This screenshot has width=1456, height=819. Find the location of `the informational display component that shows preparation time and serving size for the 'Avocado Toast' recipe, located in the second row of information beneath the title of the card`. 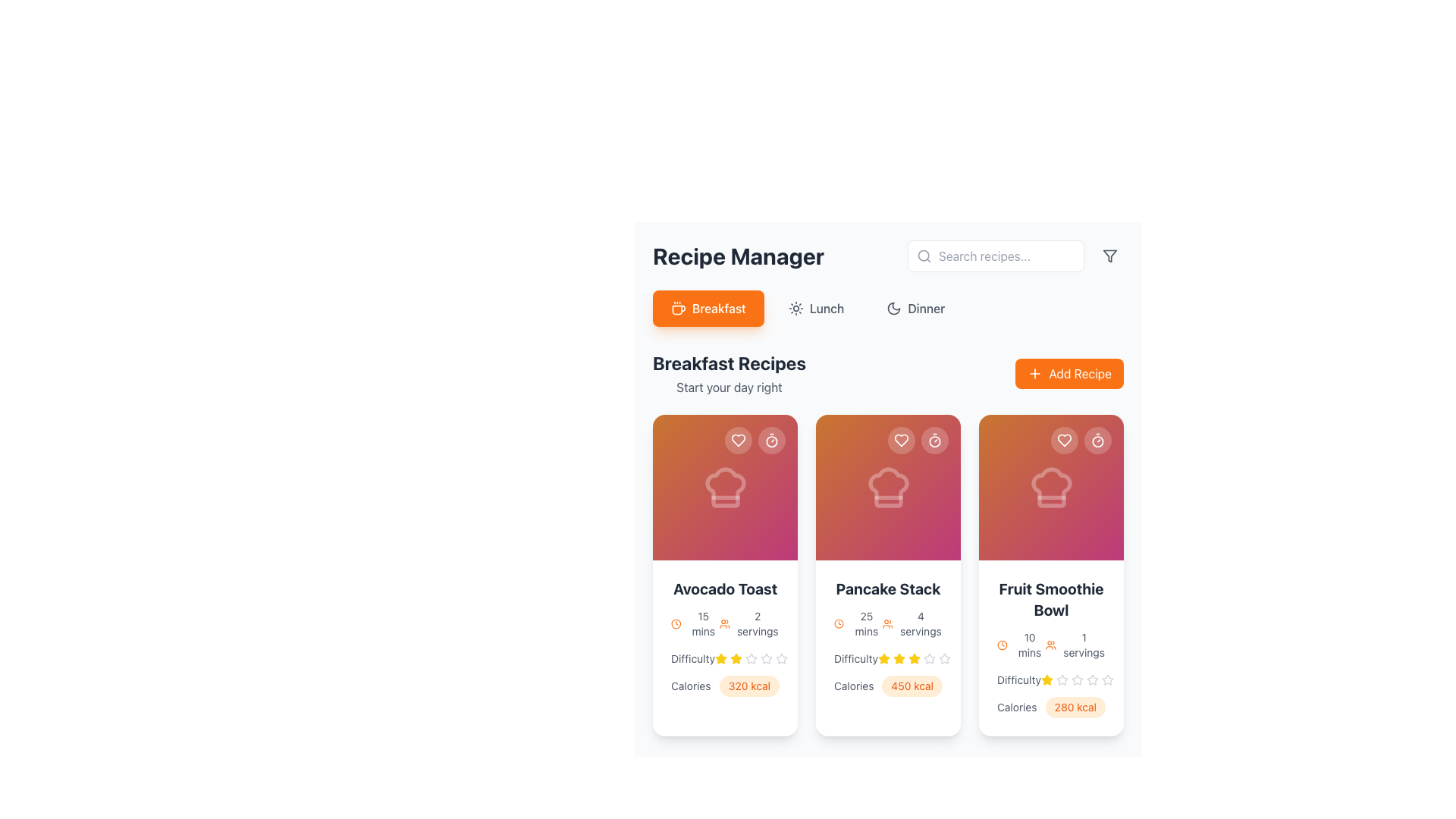

the informational display component that shows preparation time and serving size for the 'Avocado Toast' recipe, located in the second row of information beneath the title of the card is located at coordinates (724, 623).